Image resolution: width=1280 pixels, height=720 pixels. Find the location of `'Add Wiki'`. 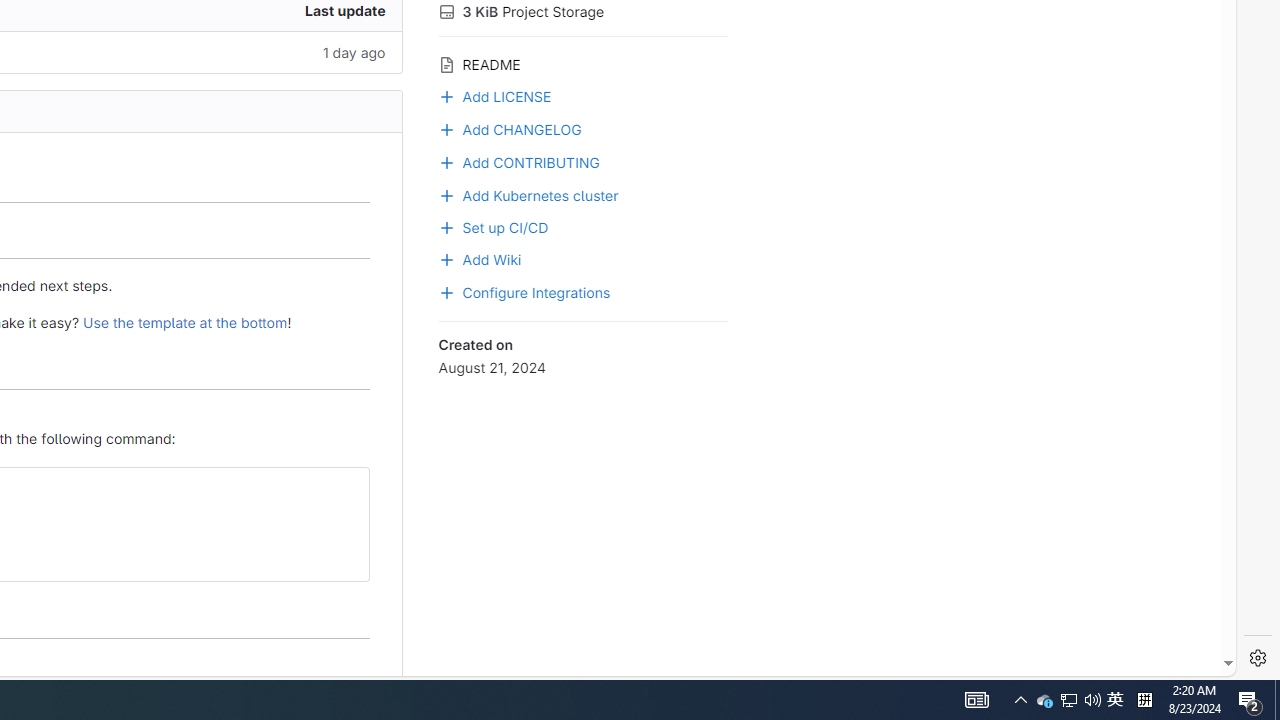

'Add Wiki' is located at coordinates (582, 257).